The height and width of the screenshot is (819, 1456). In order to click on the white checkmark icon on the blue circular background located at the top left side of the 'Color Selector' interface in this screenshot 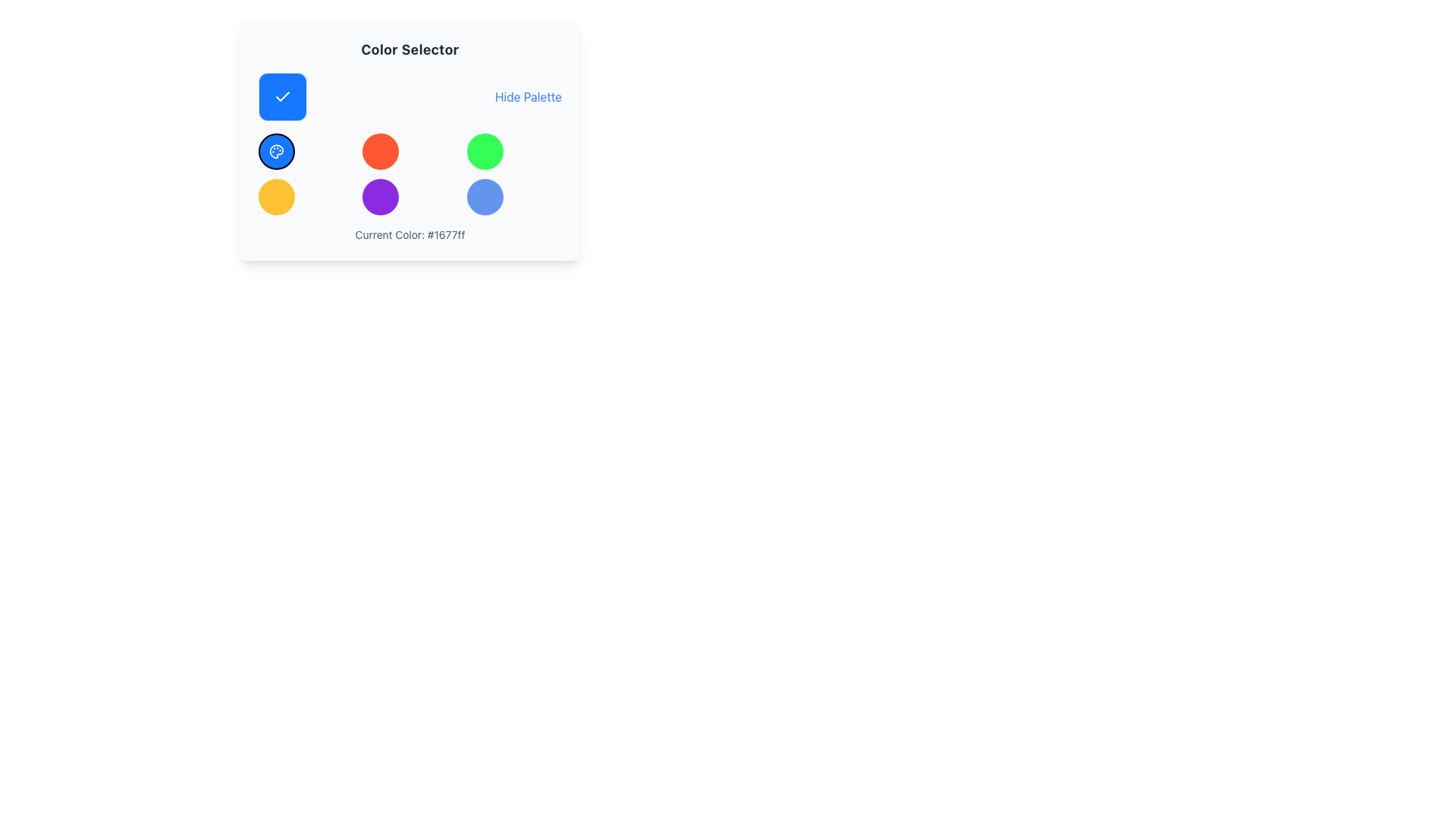, I will do `click(283, 96)`.